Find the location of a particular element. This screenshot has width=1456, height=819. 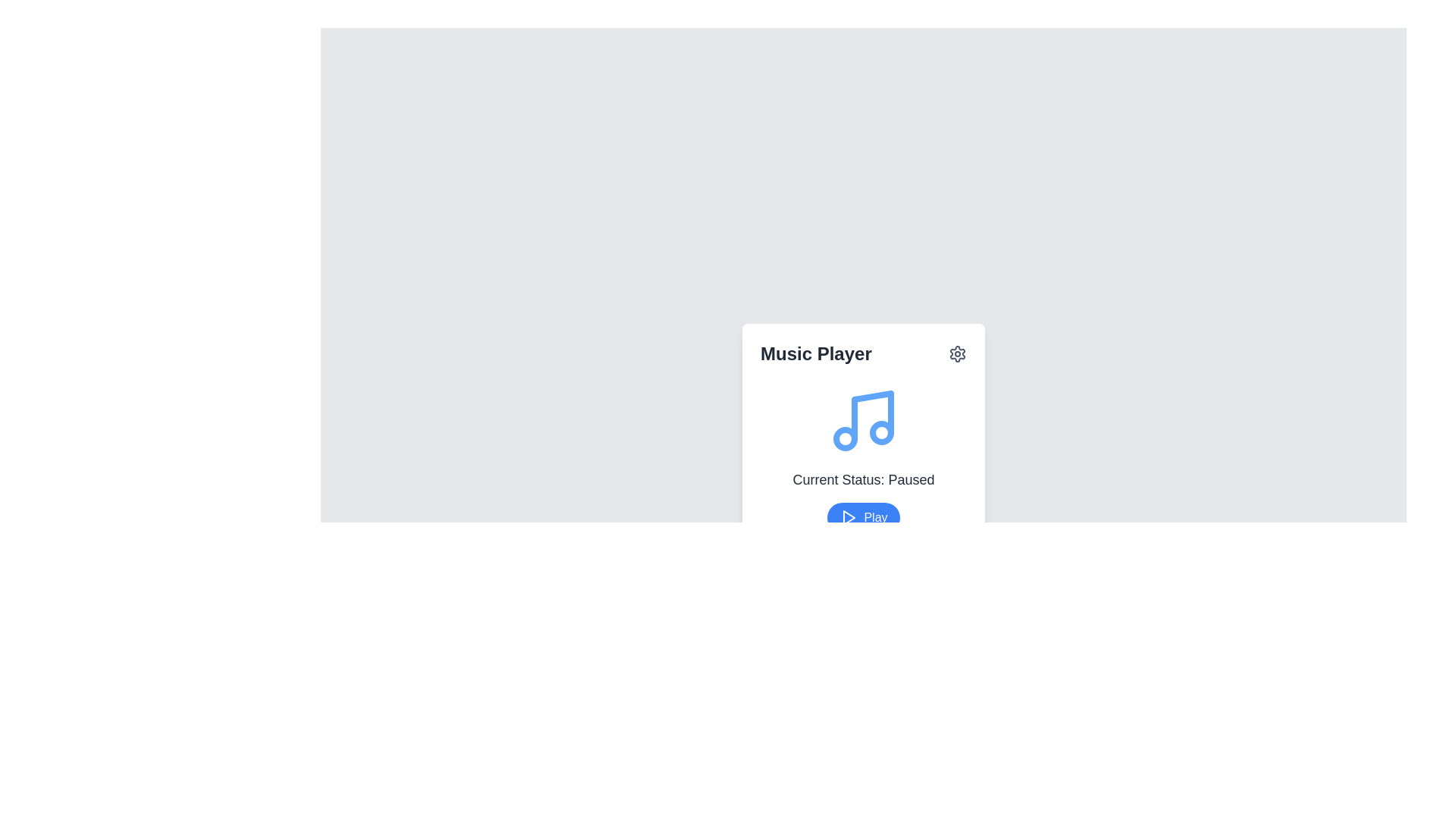

the triangular play icon embedded within the blue circular button labeled 'Play' at the bottom of the music player card is located at coordinates (848, 516).